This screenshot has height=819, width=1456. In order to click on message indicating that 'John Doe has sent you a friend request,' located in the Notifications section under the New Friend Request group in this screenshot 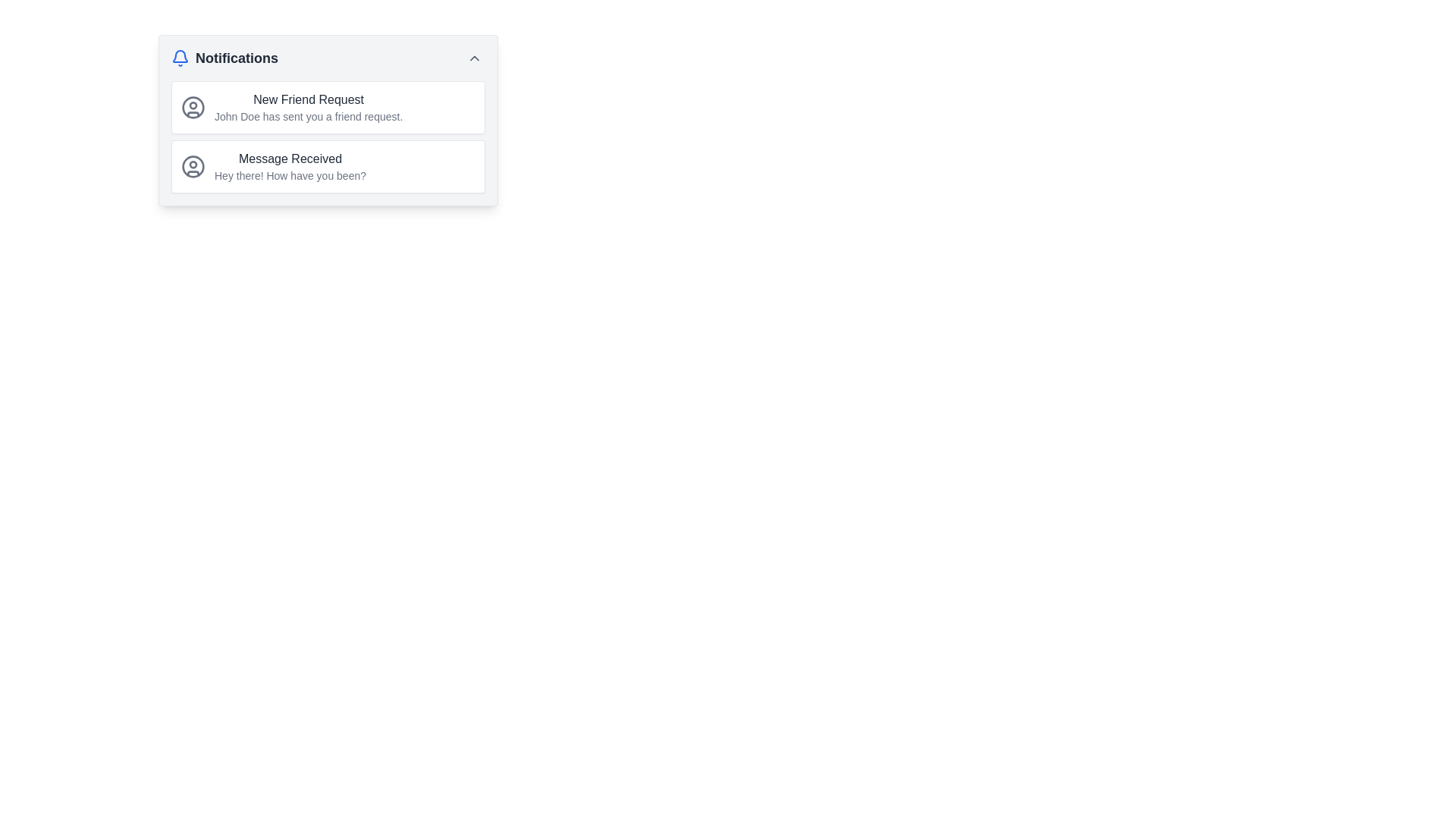, I will do `click(308, 116)`.